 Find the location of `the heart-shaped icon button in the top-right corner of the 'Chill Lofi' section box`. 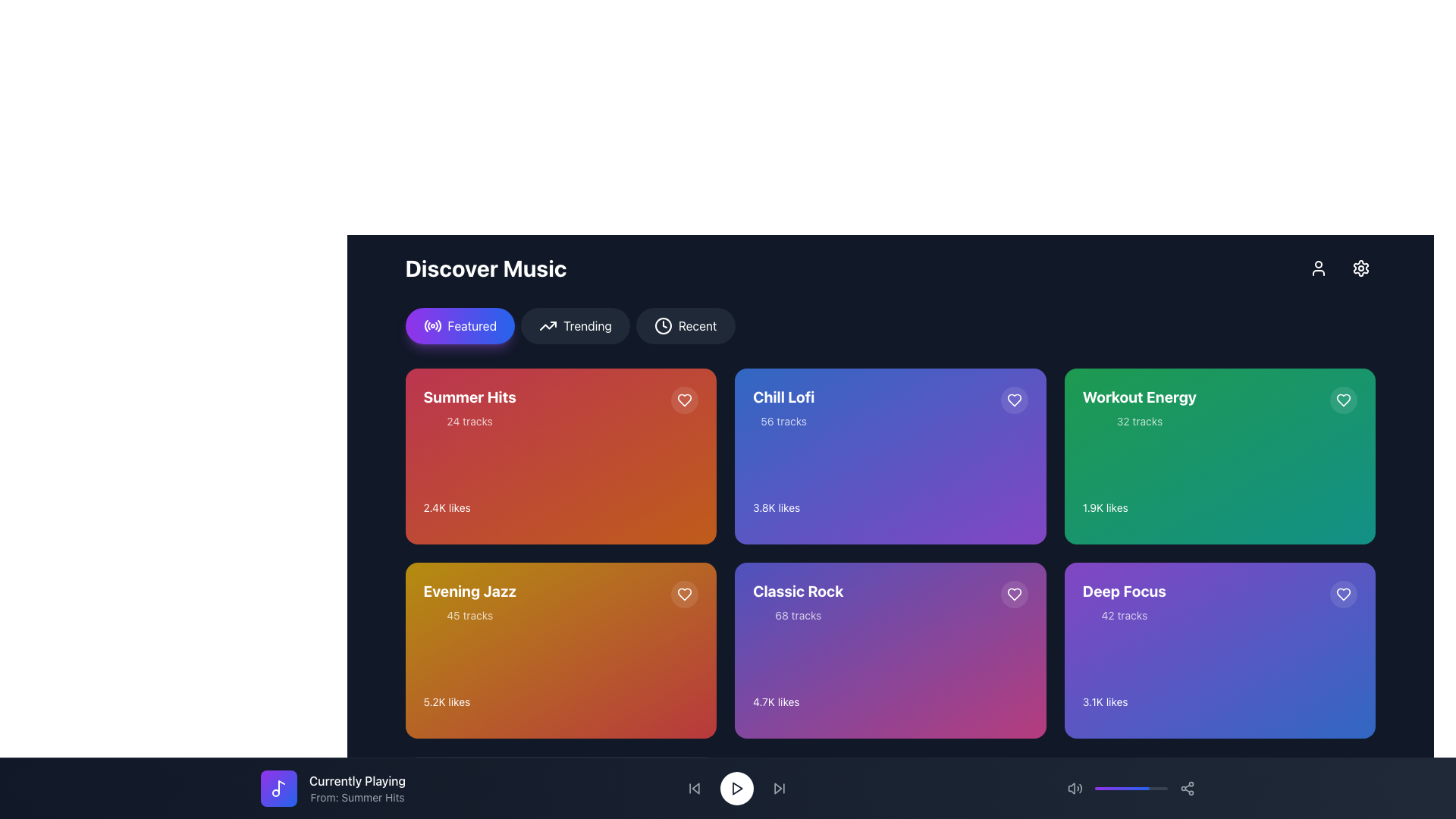

the heart-shaped icon button in the top-right corner of the 'Chill Lofi' section box is located at coordinates (1014, 593).